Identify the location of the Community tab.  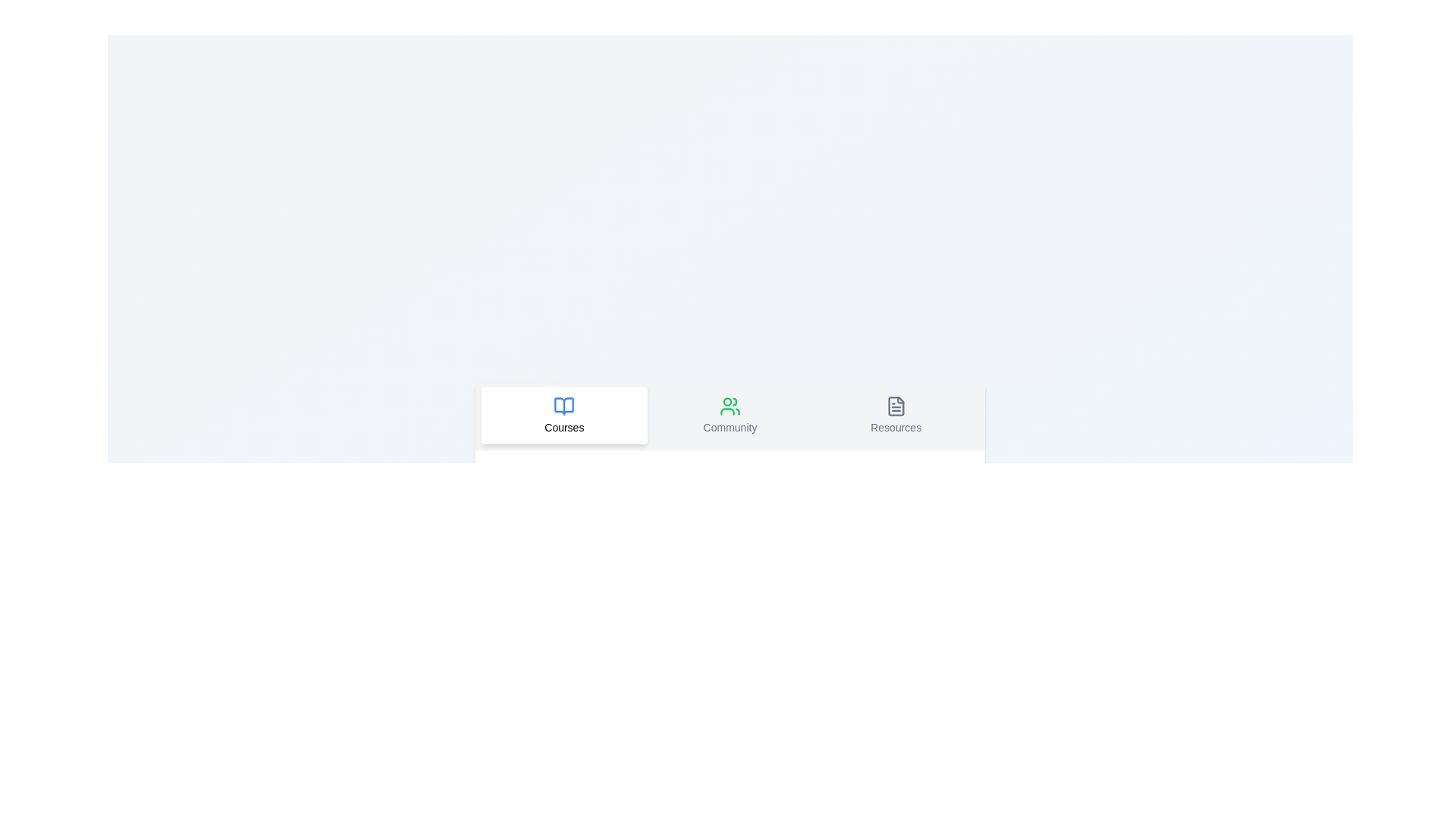
(730, 415).